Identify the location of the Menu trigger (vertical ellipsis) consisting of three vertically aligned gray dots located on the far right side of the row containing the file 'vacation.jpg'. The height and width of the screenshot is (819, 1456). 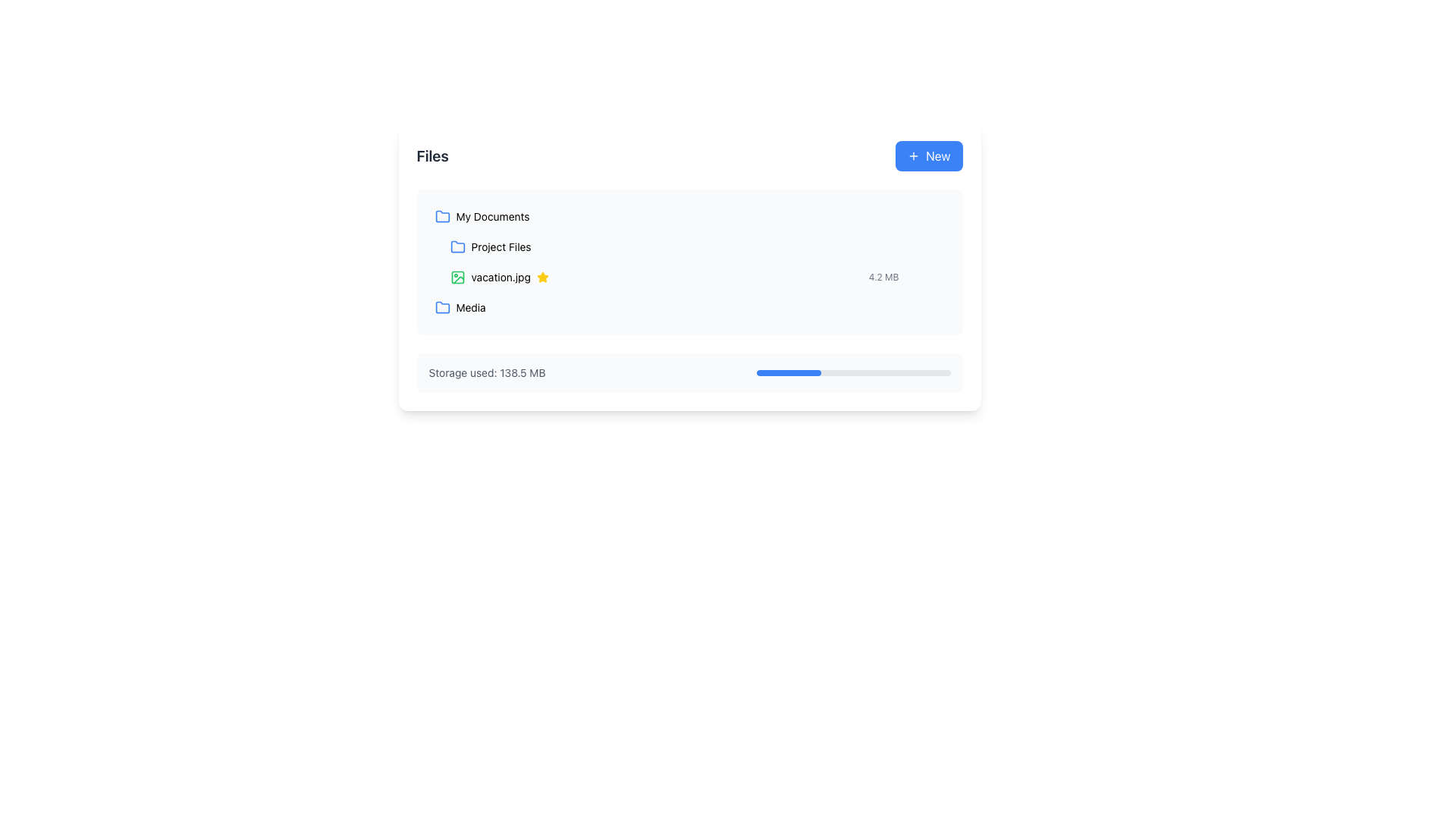
(934, 278).